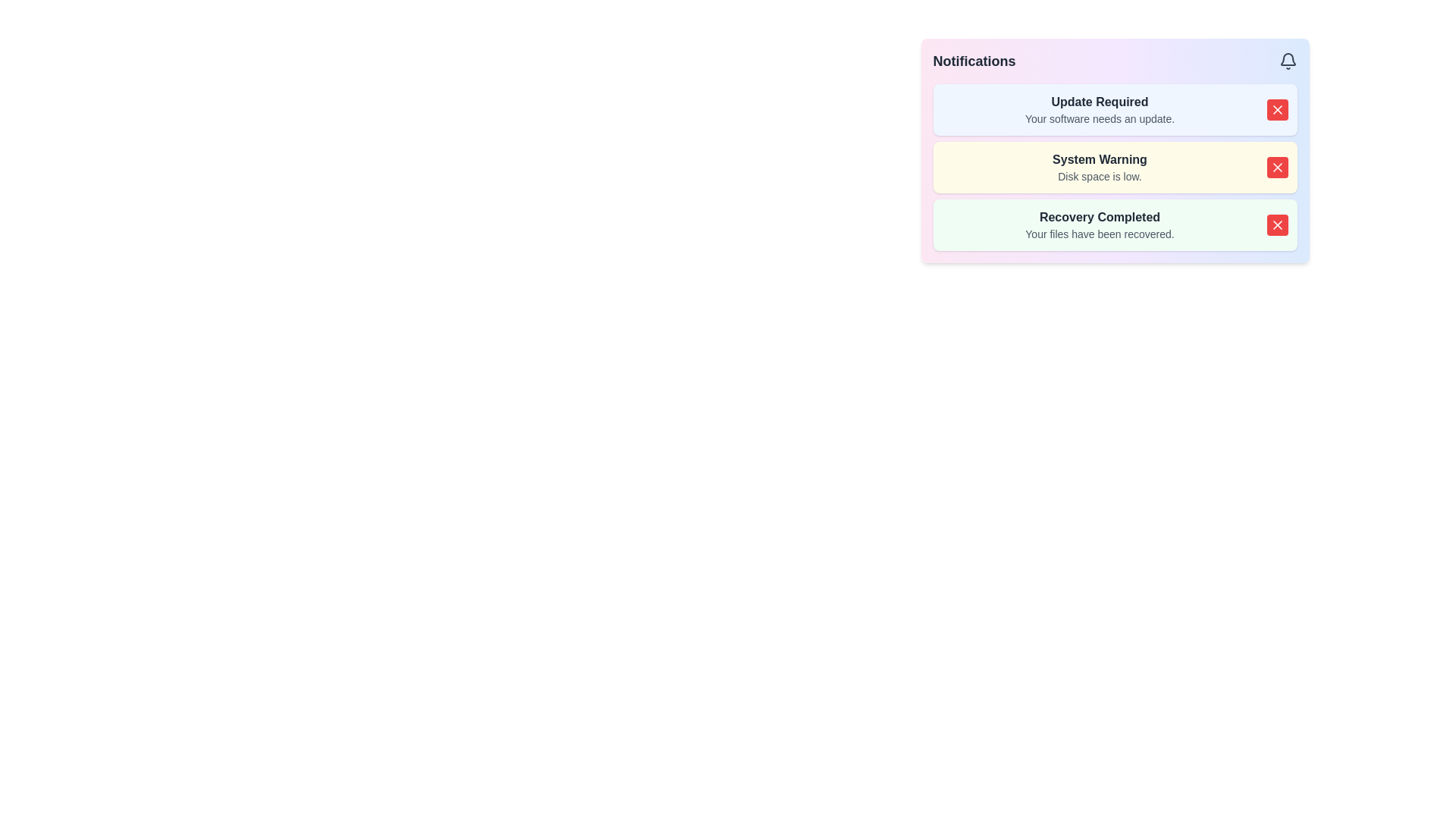 This screenshot has height=819, width=1456. I want to click on the Close button with a red circular appearance and an 'X' icon, so click(1276, 109).